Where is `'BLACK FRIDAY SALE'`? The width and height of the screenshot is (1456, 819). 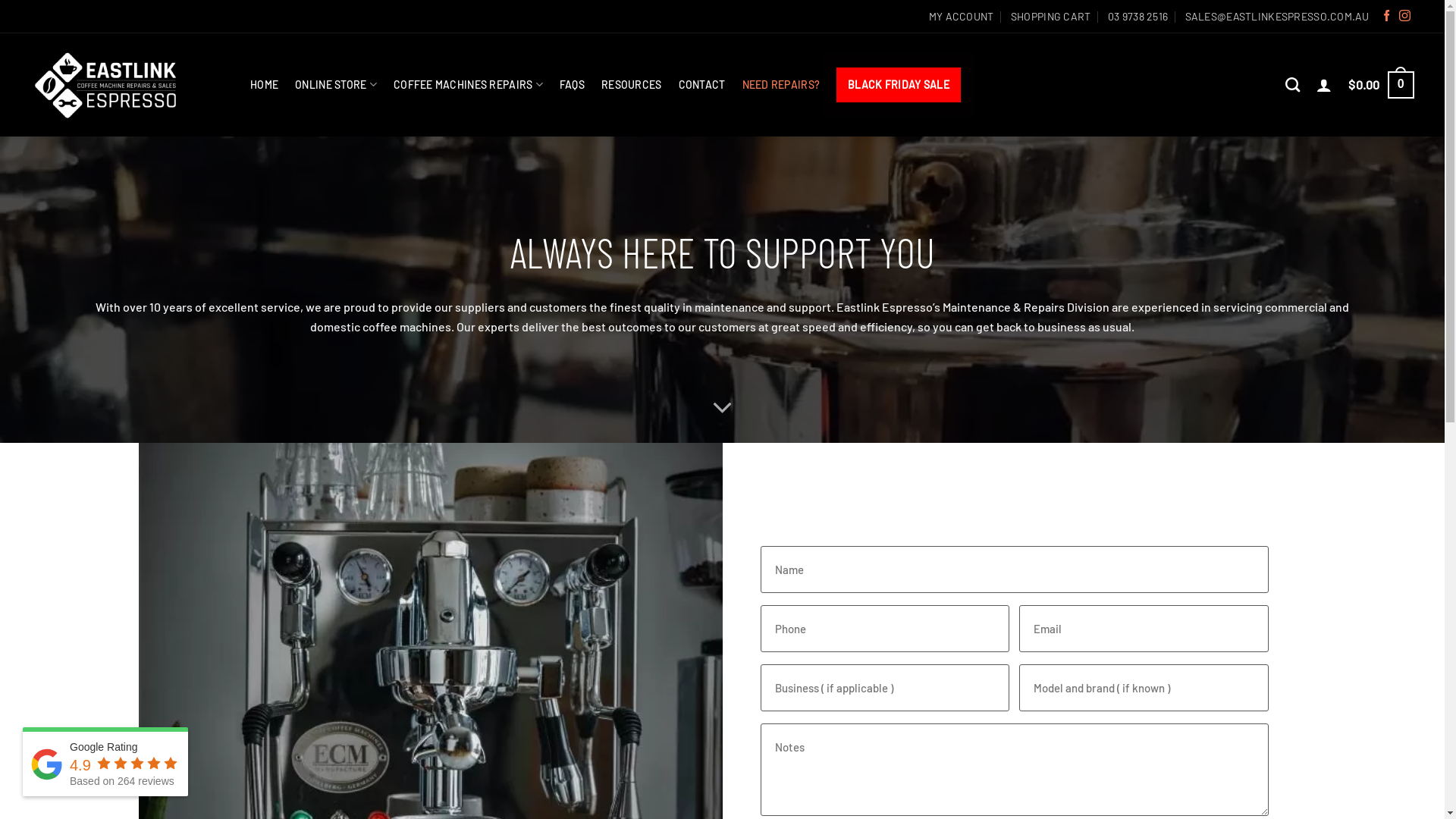 'BLACK FRIDAY SALE' is located at coordinates (899, 84).